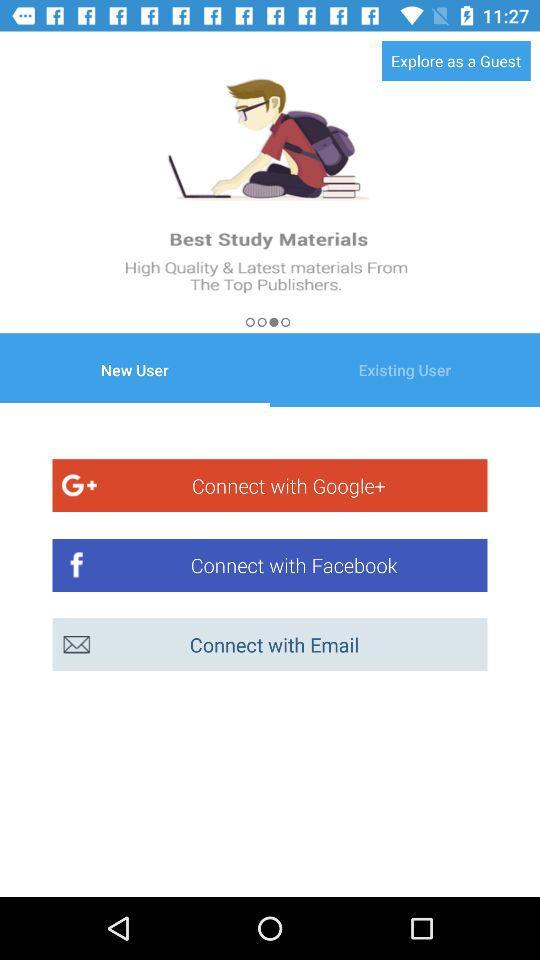  Describe the element at coordinates (456, 59) in the screenshot. I see `explore as a item` at that location.